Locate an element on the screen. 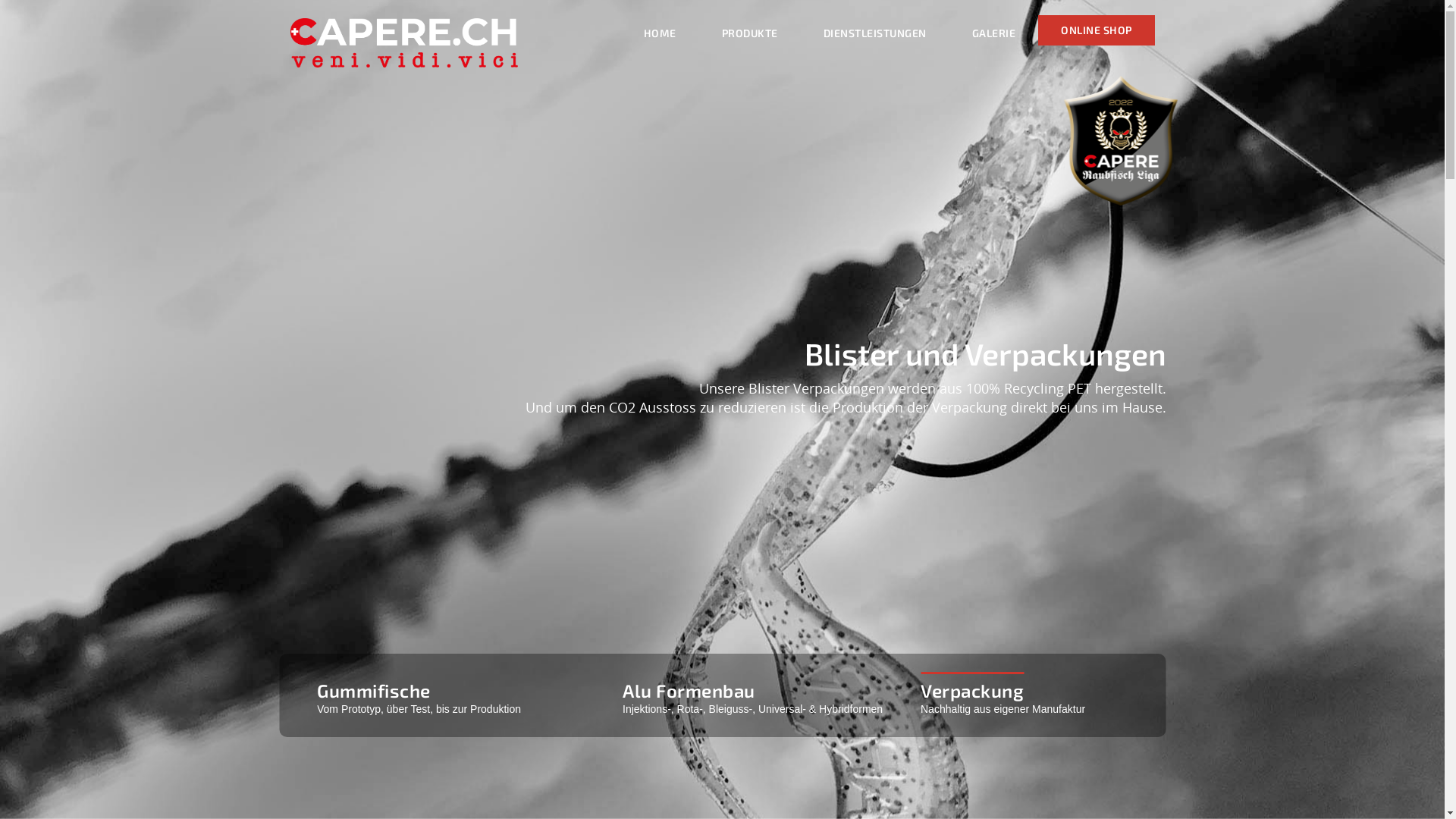 This screenshot has width=1456, height=819. 'PRODUKTE' is located at coordinates (698, 33).